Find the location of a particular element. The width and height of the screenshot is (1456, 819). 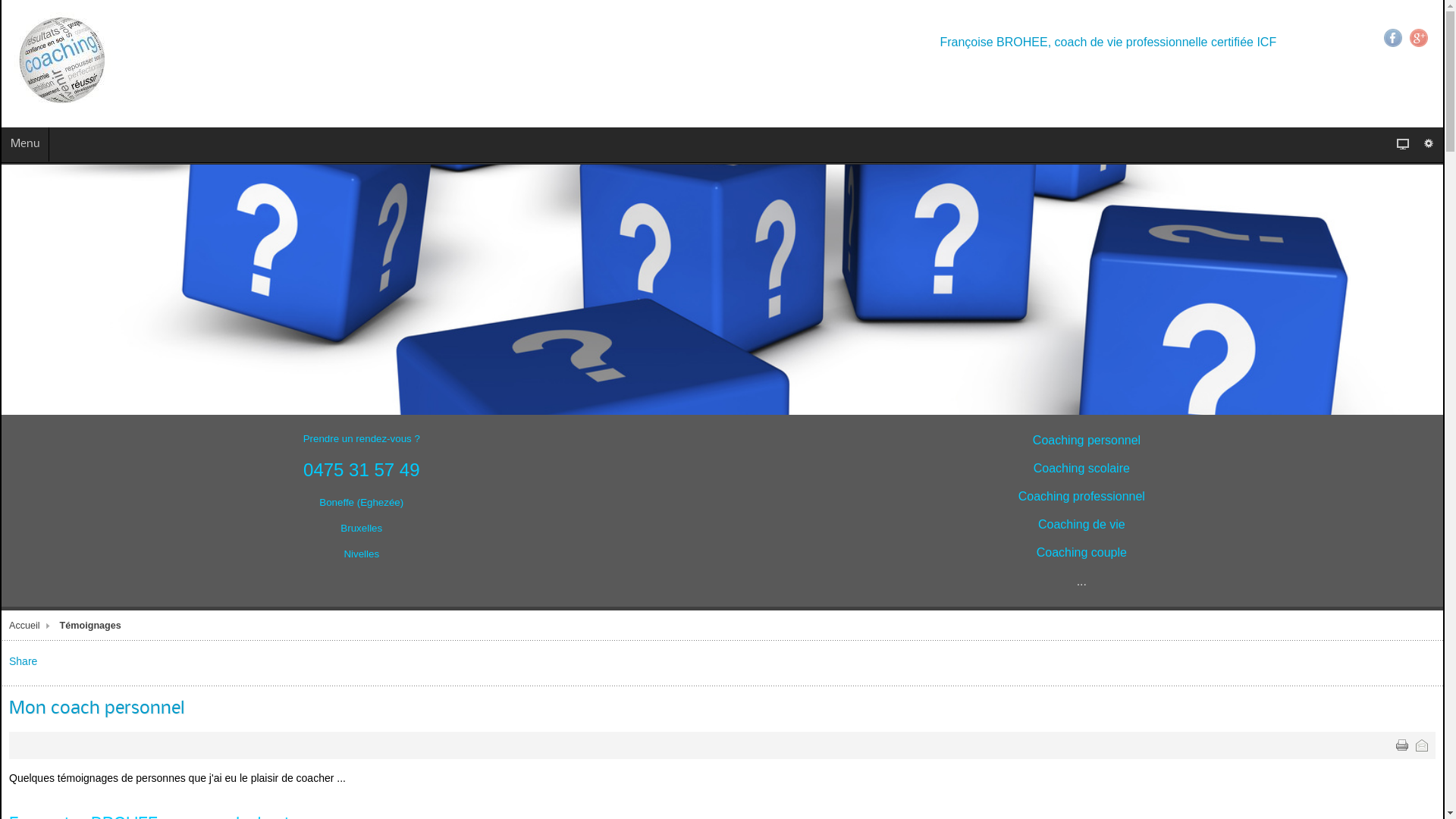

' ' is located at coordinates (1401, 745).